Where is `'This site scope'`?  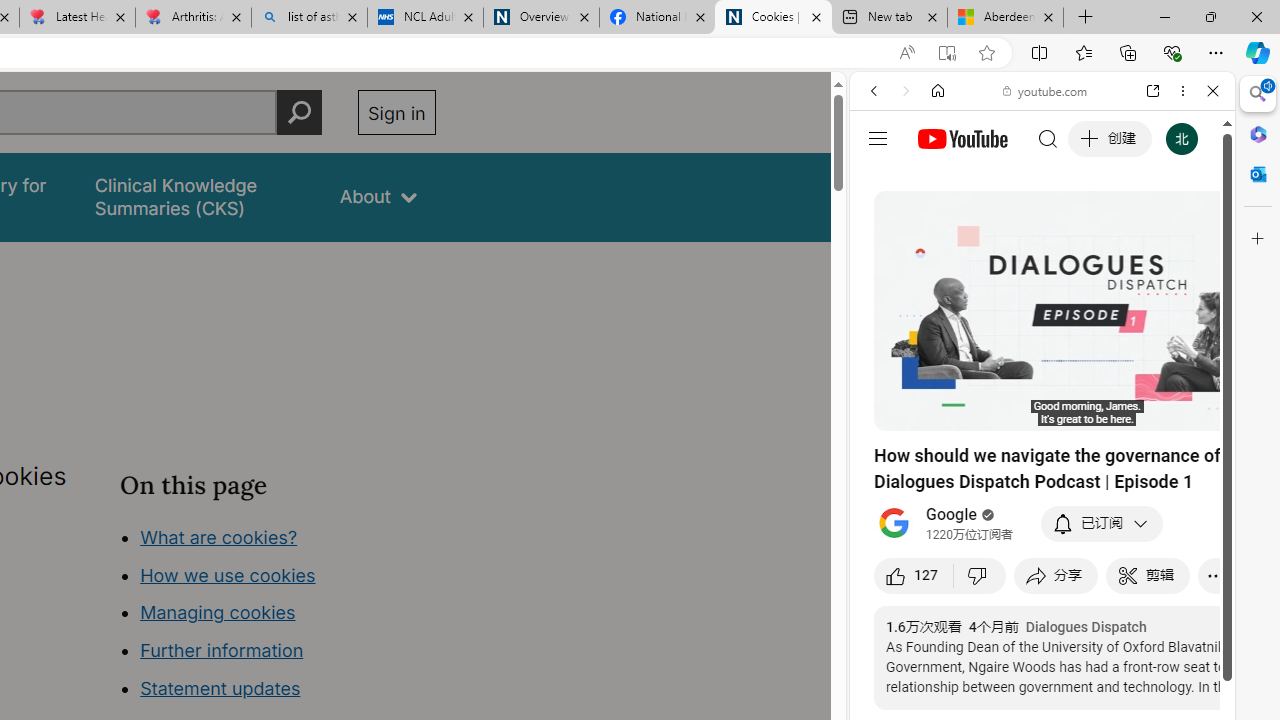
'This site scope' is located at coordinates (935, 180).